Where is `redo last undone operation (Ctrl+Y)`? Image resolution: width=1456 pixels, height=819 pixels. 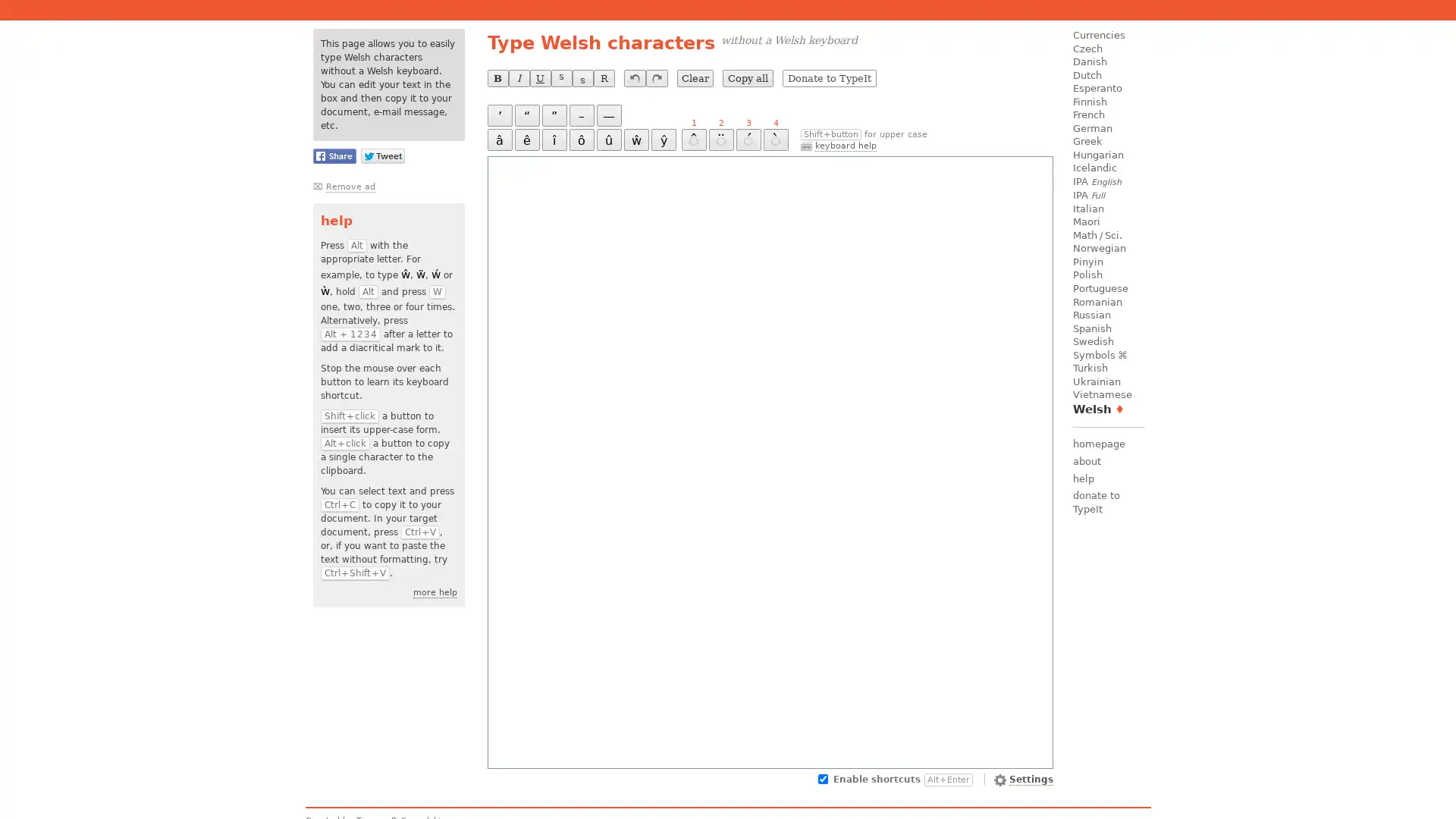 redo last undone operation (Ctrl+Y) is located at coordinates (656, 78).